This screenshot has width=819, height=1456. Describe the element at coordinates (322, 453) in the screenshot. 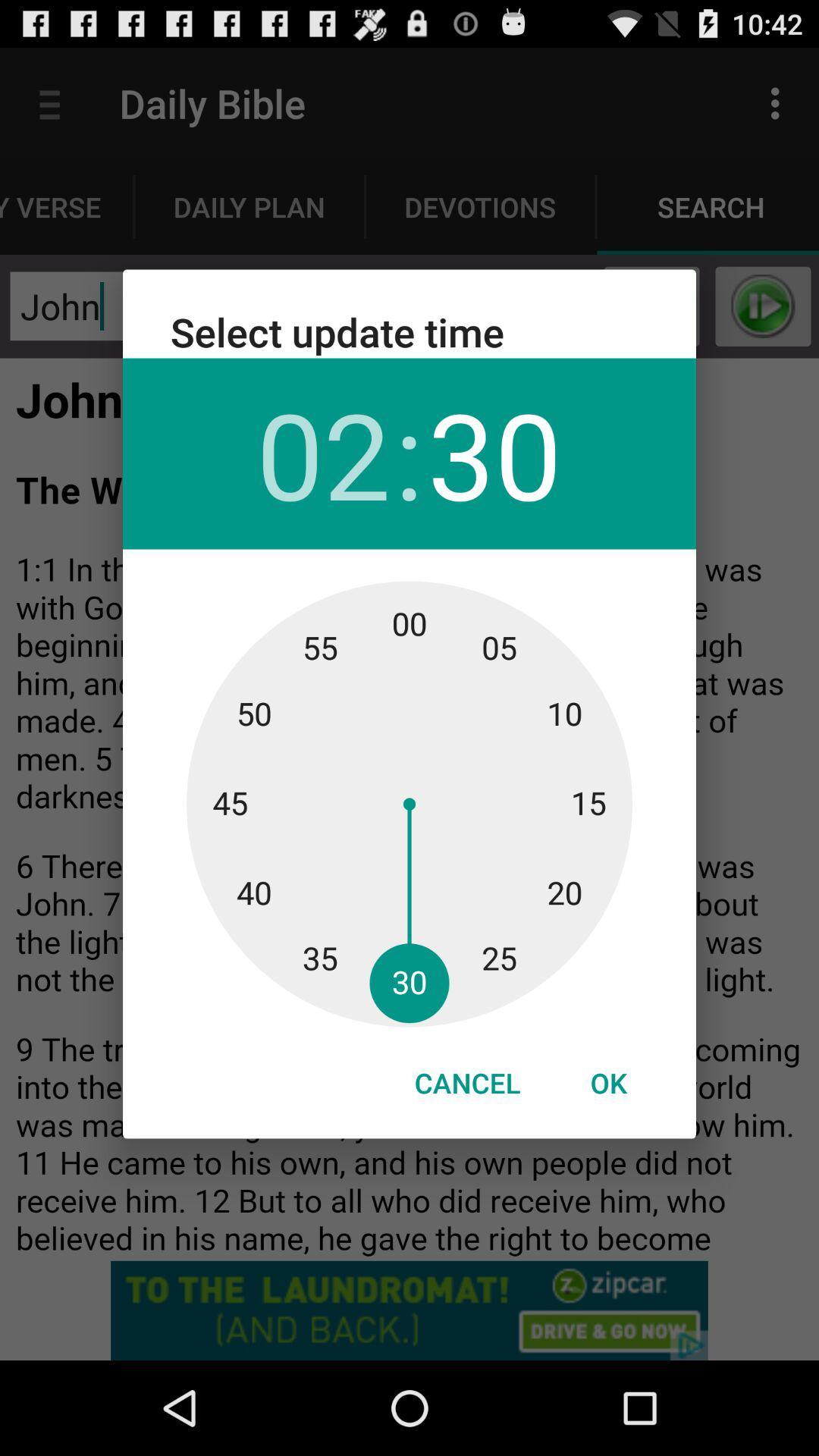

I see `icon next to the : icon` at that location.